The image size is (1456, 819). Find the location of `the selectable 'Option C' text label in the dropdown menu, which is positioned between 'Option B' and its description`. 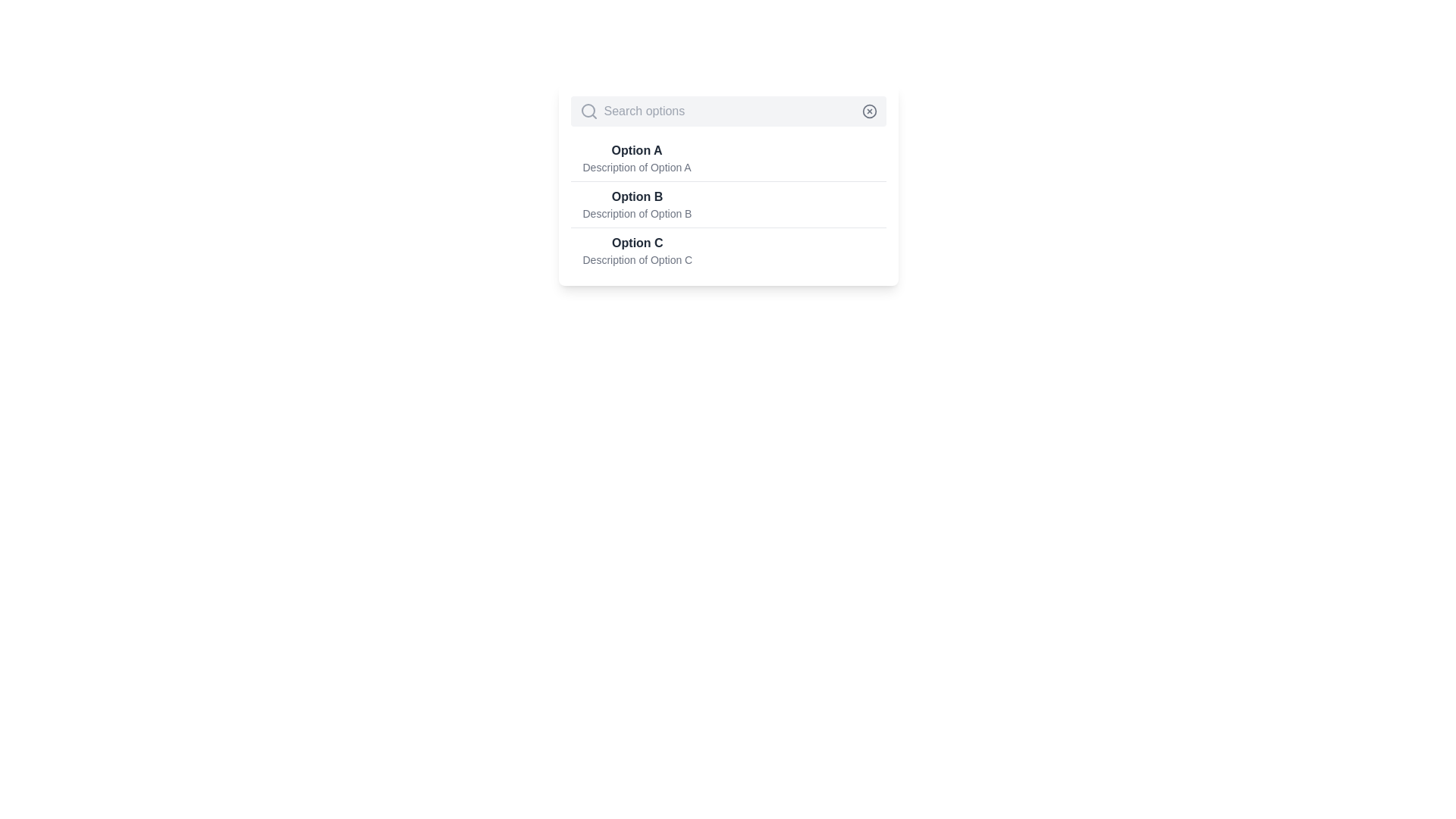

the selectable 'Option C' text label in the dropdown menu, which is positioned between 'Option B' and its description is located at coordinates (637, 242).